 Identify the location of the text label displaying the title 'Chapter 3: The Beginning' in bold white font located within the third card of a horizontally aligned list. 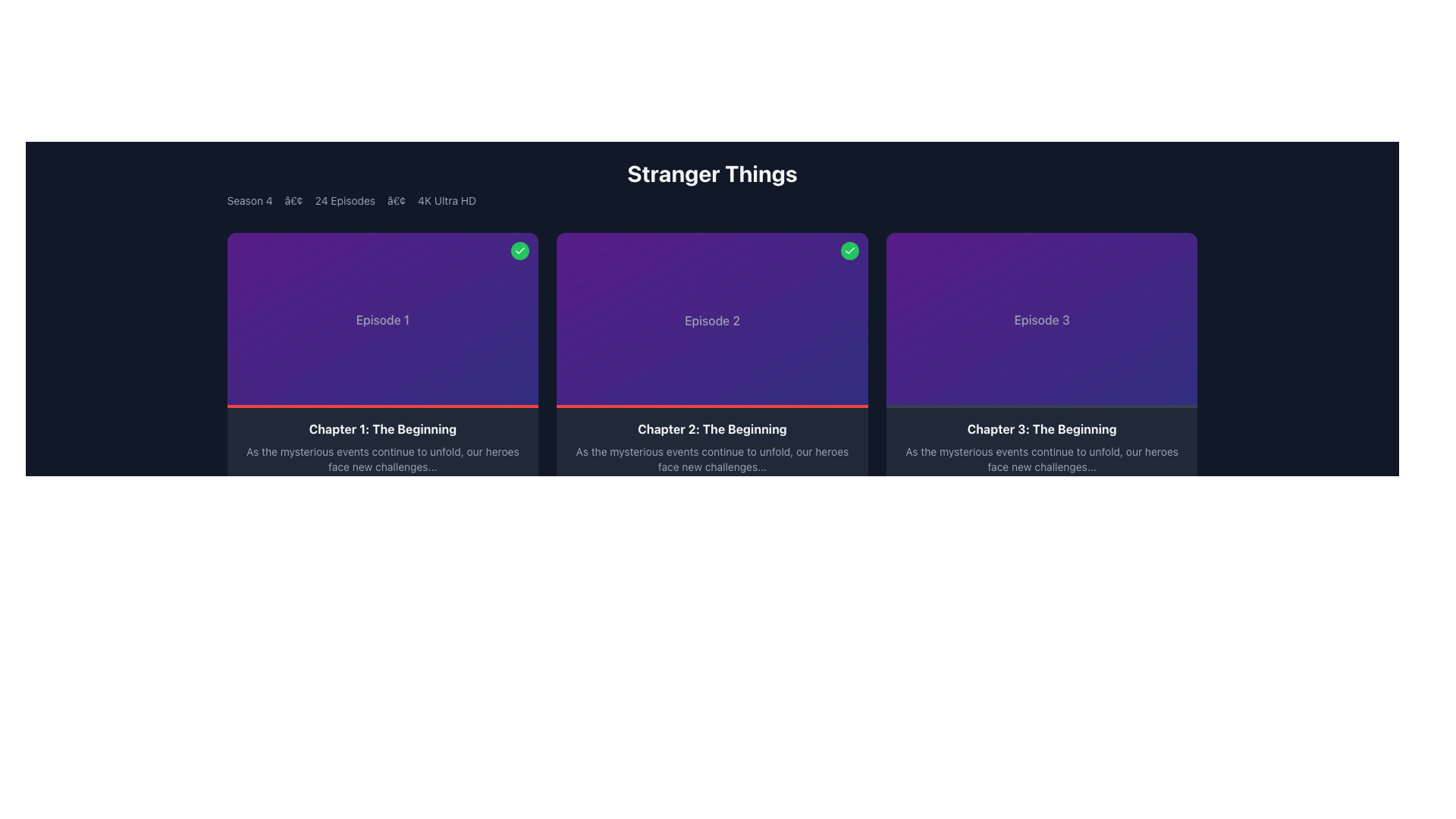
(1041, 429).